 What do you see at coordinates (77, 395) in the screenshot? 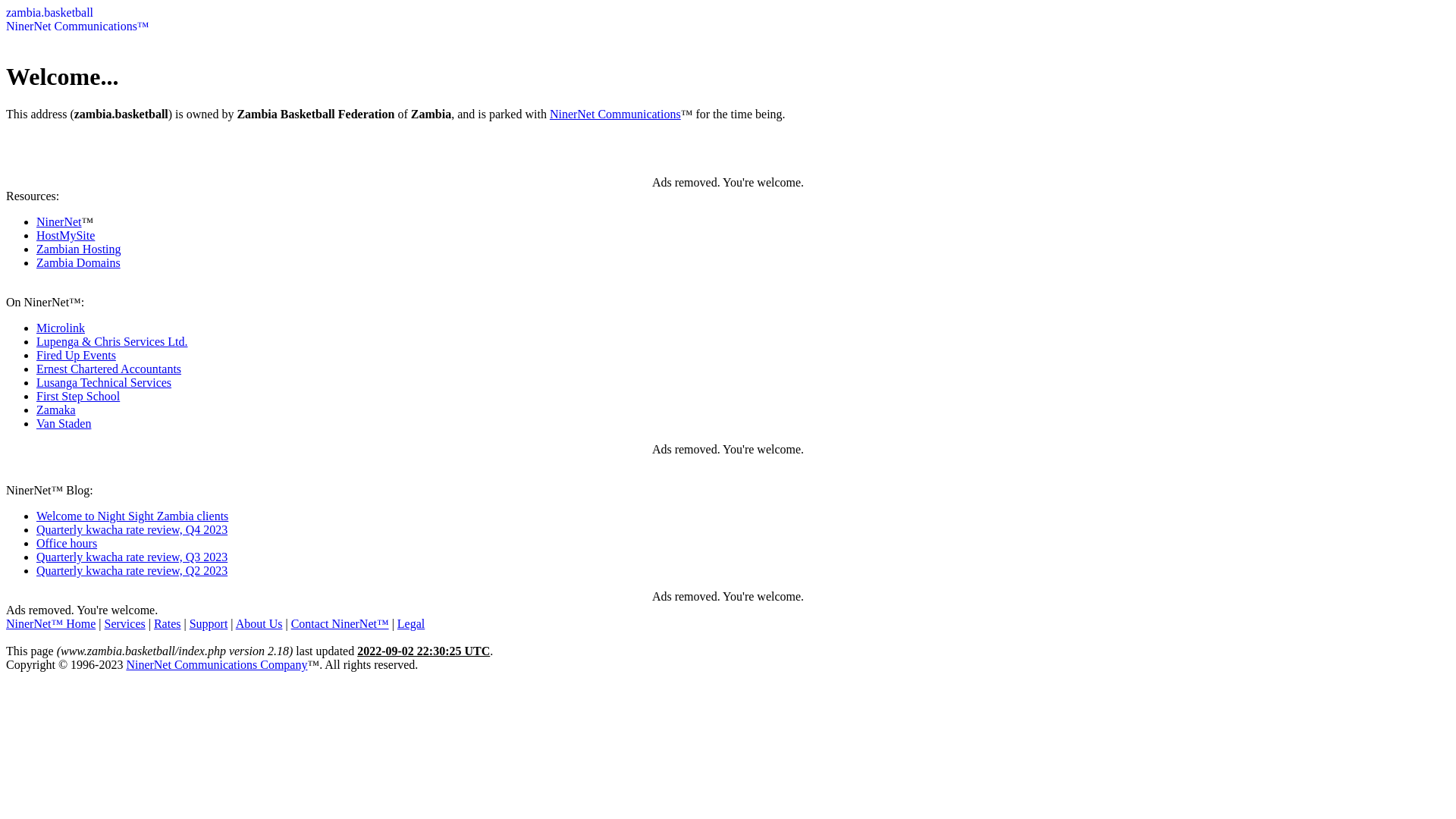
I see `'First Step School'` at bounding box center [77, 395].